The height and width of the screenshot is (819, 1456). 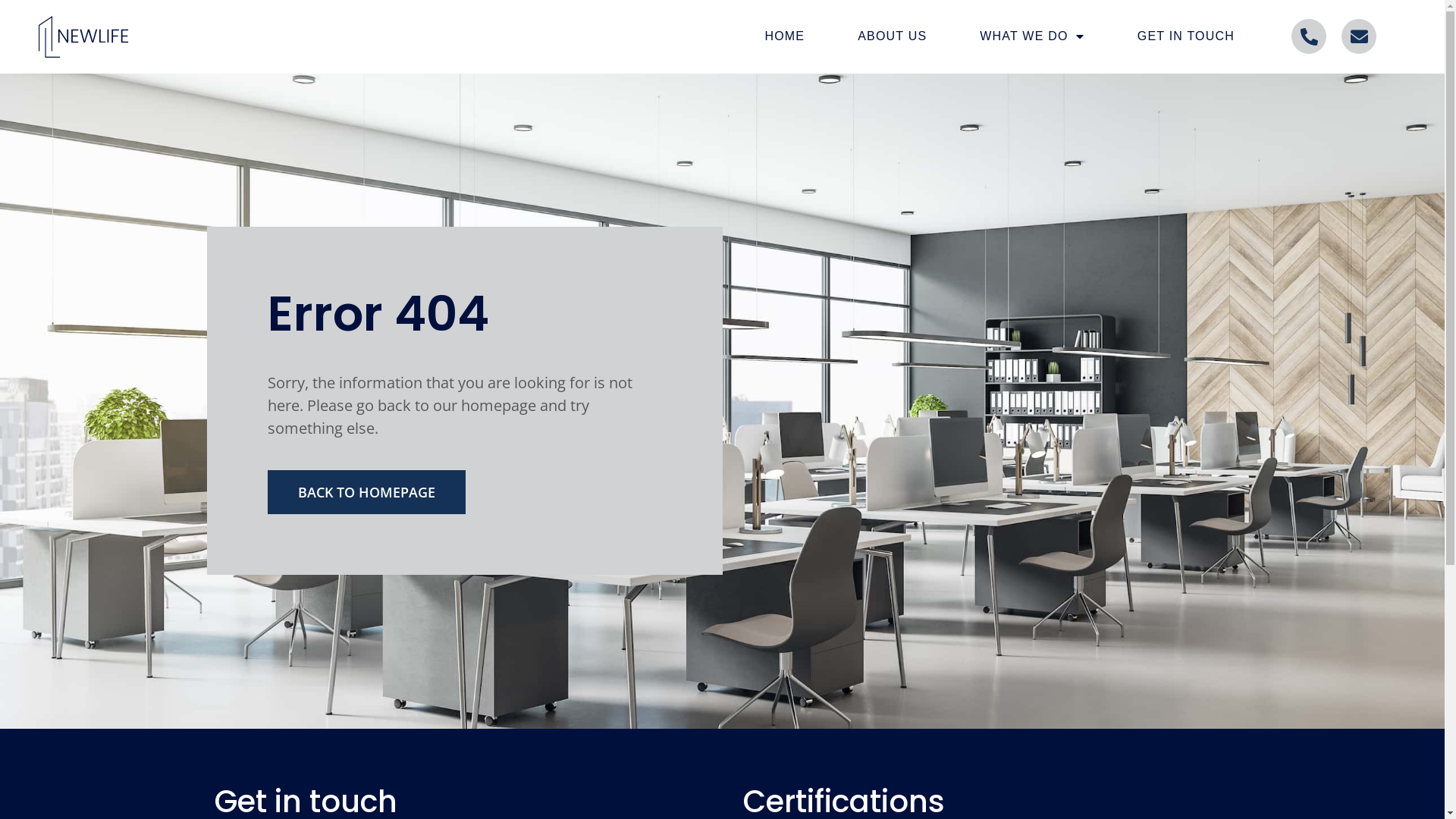 What do you see at coordinates (784, 35) in the screenshot?
I see `'HOME'` at bounding box center [784, 35].